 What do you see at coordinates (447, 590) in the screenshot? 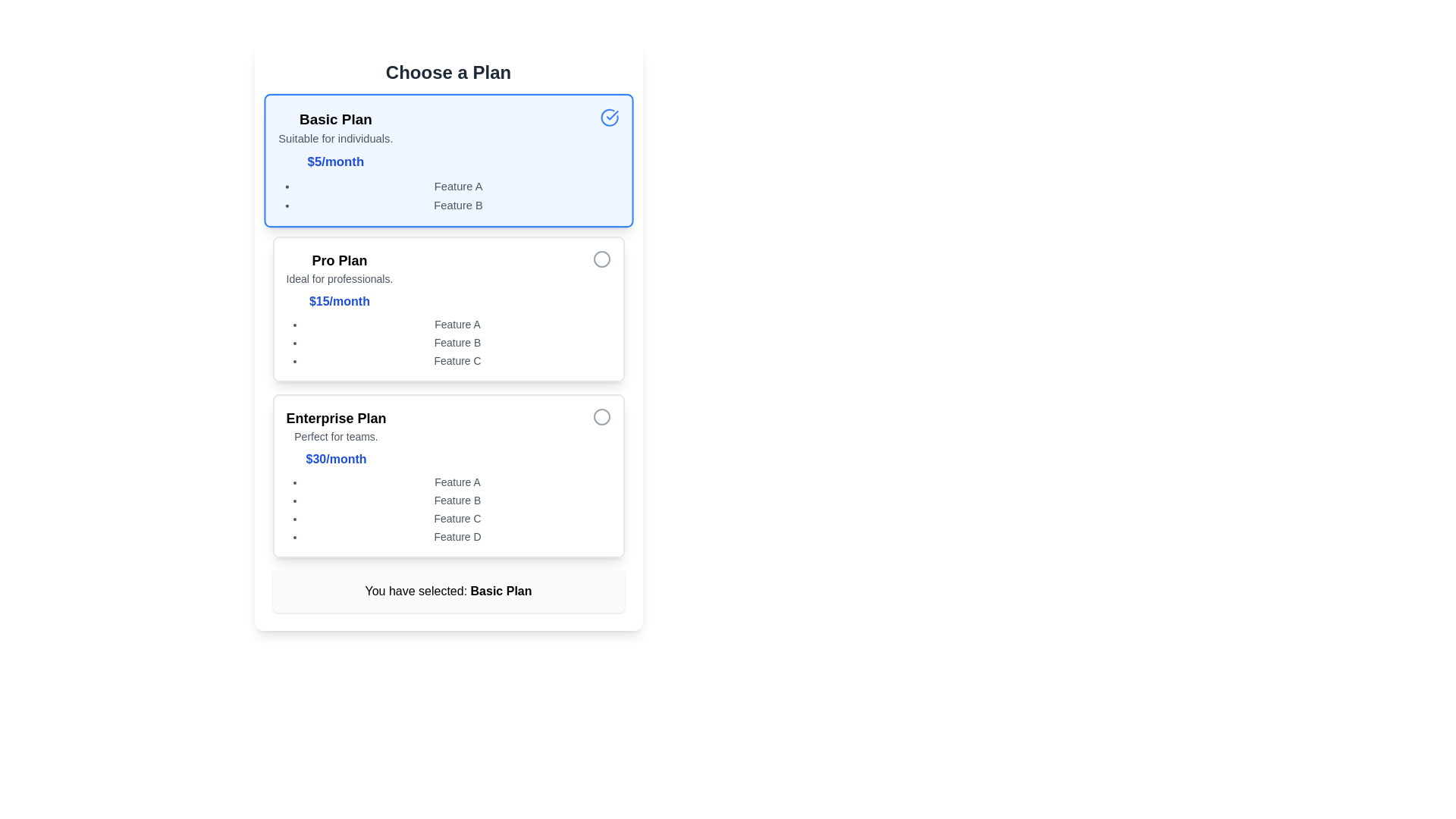
I see `the notification box that displays the message 'You have selected: Basic Plan' for confirmation of the user's selection` at bounding box center [447, 590].